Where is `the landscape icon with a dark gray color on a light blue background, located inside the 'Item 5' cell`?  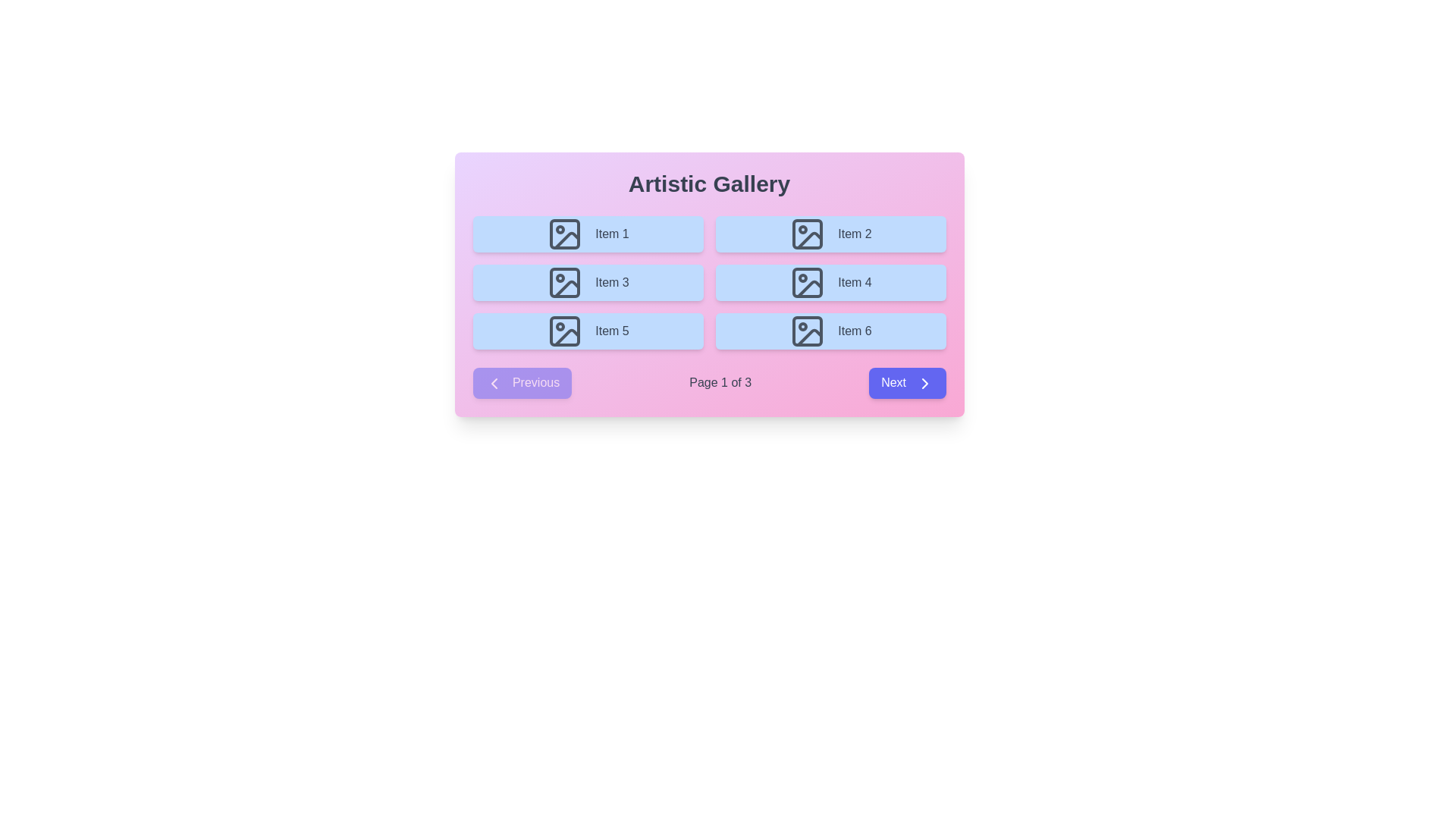 the landscape icon with a dark gray color on a light blue background, located inside the 'Item 5' cell is located at coordinates (564, 330).